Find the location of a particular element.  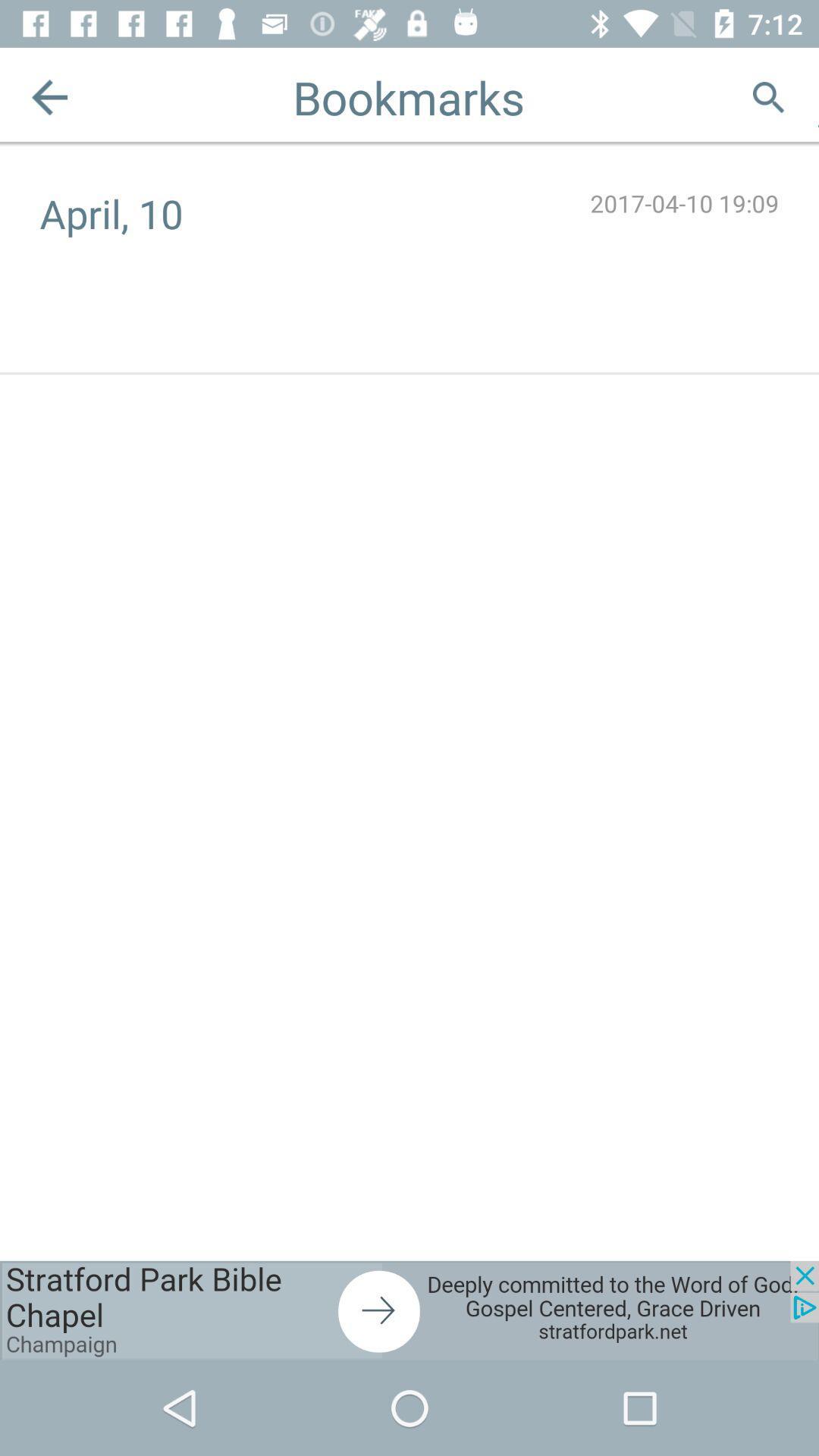

go back is located at coordinates (49, 96).